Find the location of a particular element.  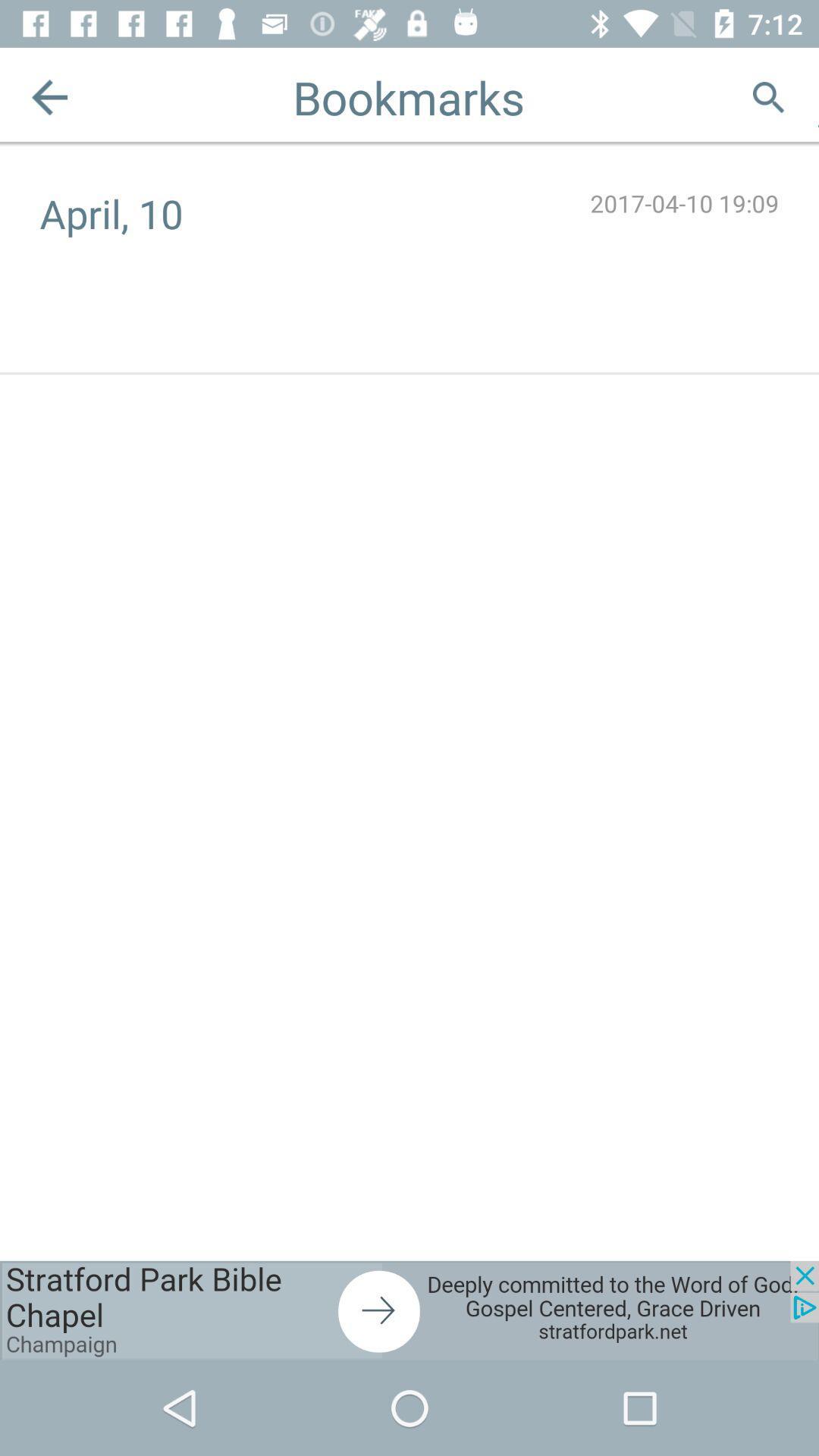

go back is located at coordinates (49, 96).